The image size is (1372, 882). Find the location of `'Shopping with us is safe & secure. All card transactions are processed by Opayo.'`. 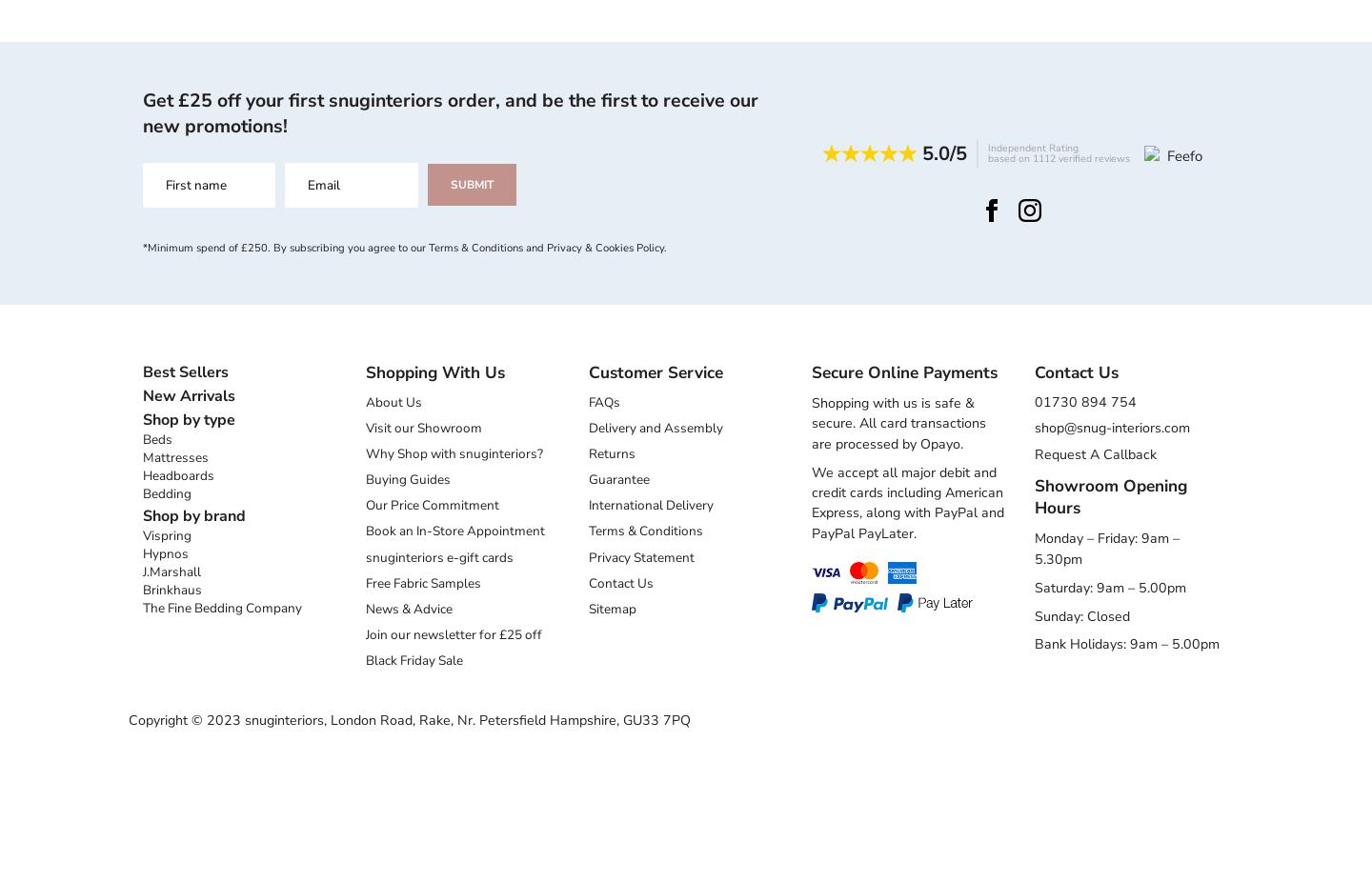

'Shopping with us is safe & secure. All card transactions are processed by Opayo.' is located at coordinates (898, 423).